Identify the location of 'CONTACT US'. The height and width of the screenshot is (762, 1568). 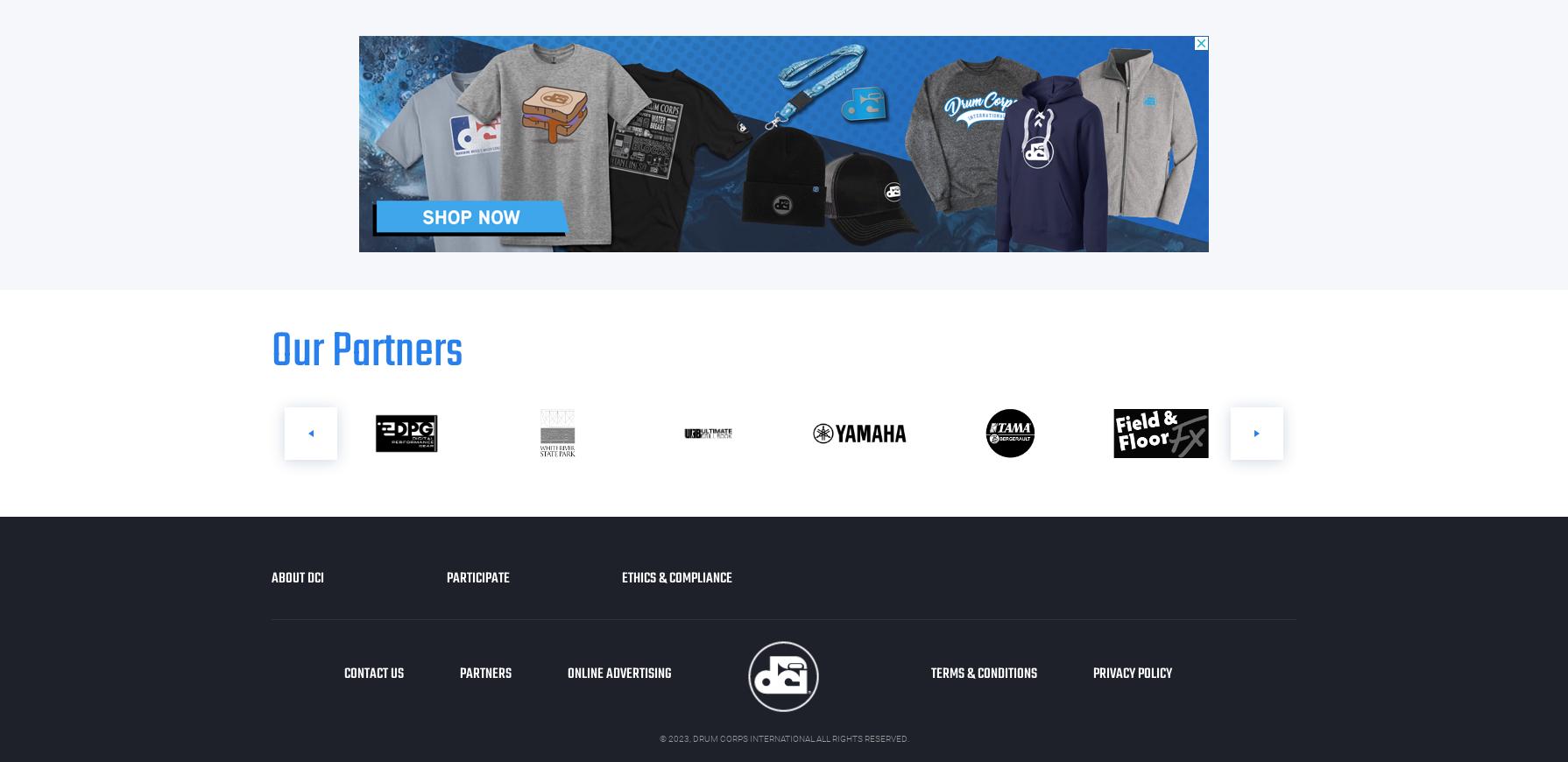
(373, 674).